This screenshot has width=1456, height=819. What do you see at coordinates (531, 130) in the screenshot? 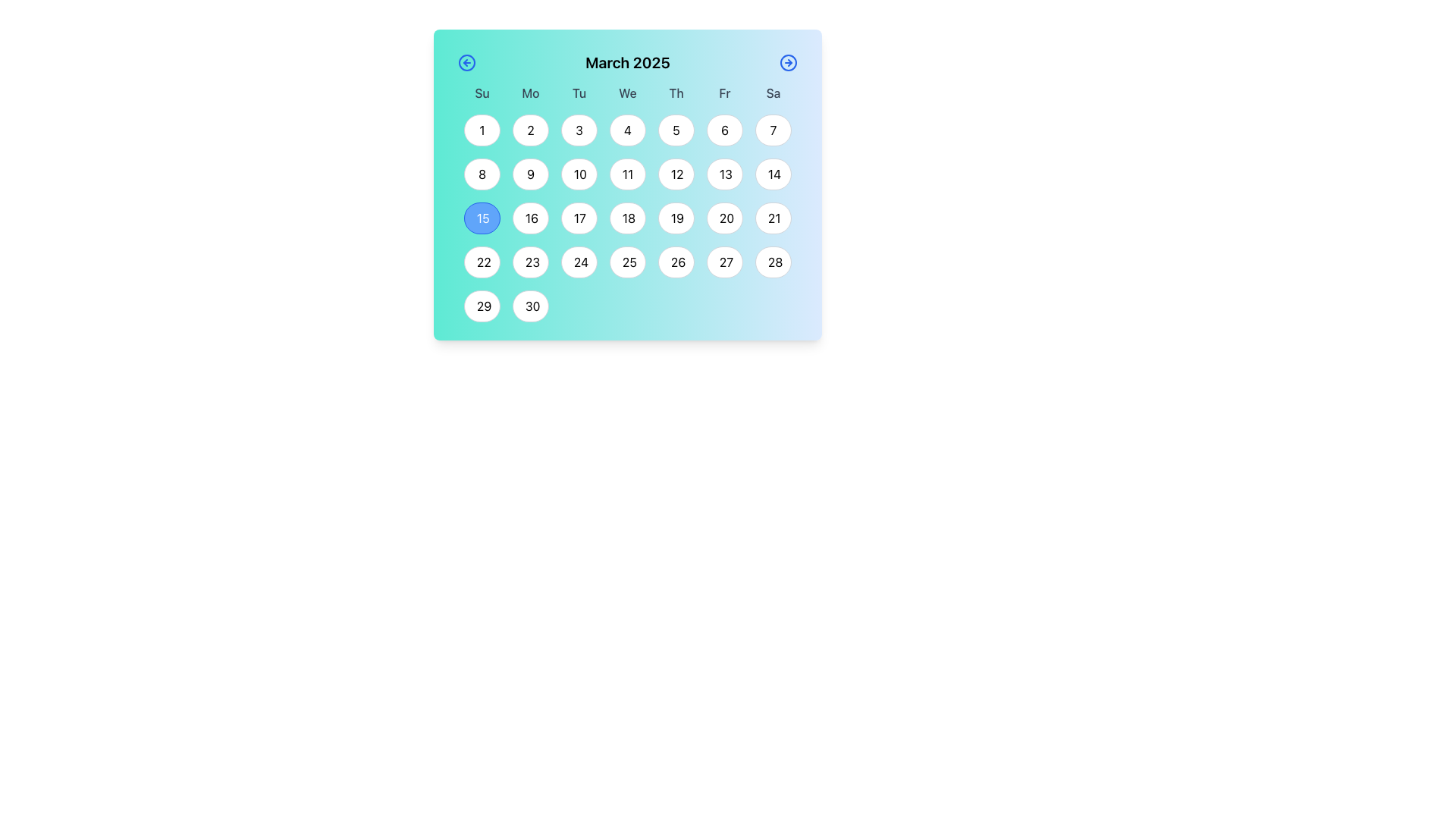
I see `the selectable day button in the calendar interface located under 'Mo' (Monday), which represents the second day of the month` at bounding box center [531, 130].